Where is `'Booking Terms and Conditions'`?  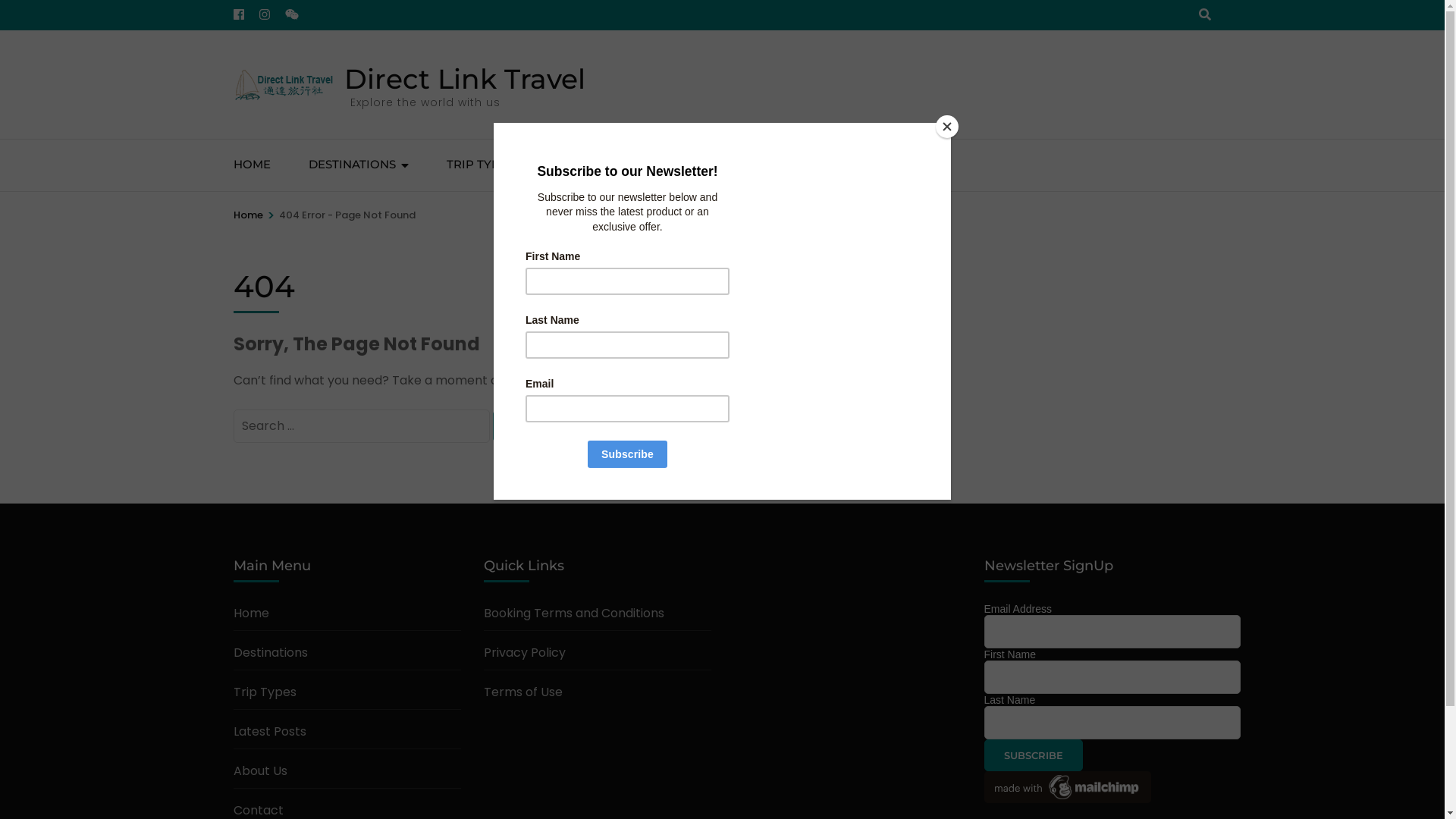 'Booking Terms and Conditions' is located at coordinates (573, 612).